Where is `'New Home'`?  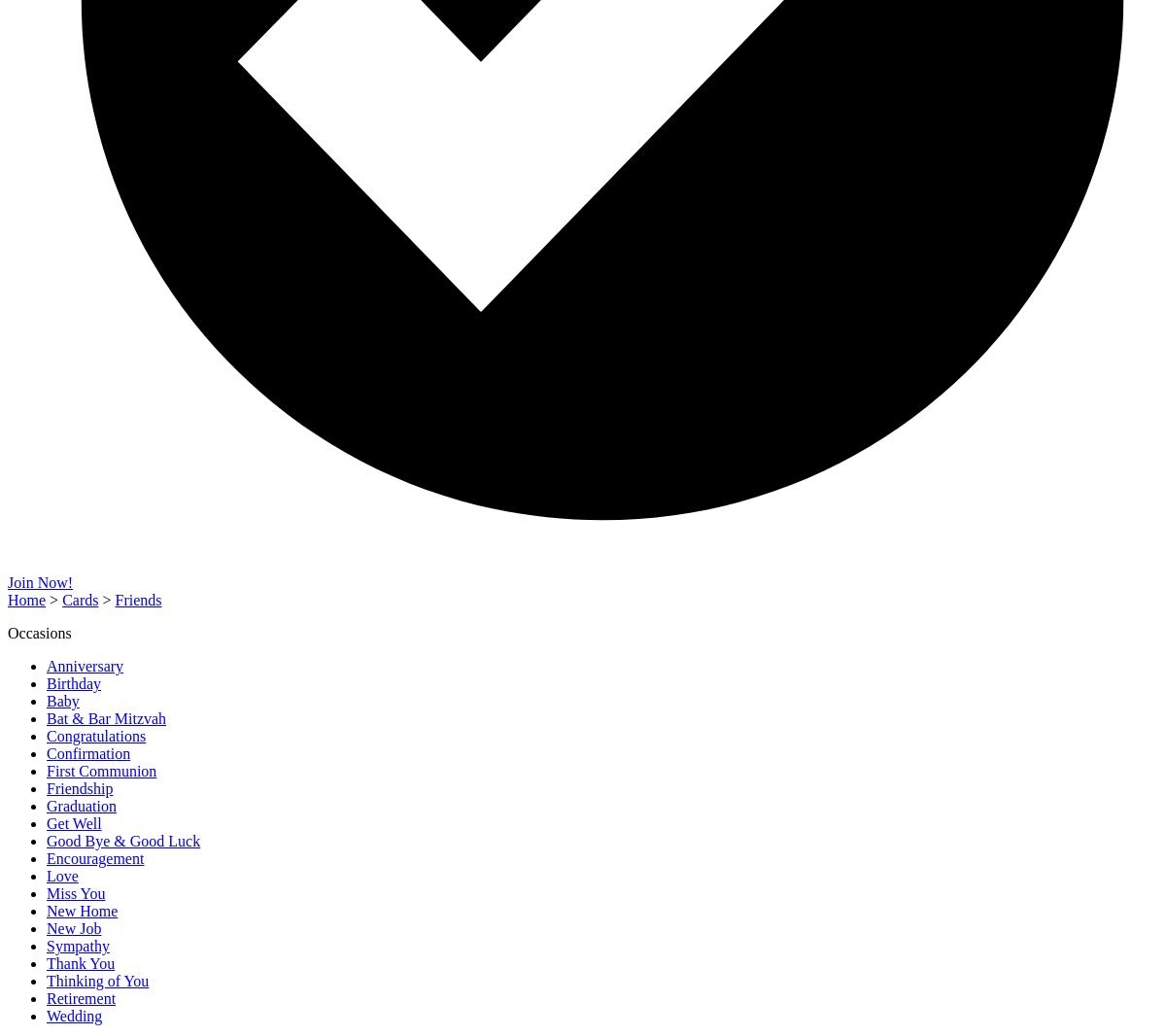
'New Home' is located at coordinates (47, 911).